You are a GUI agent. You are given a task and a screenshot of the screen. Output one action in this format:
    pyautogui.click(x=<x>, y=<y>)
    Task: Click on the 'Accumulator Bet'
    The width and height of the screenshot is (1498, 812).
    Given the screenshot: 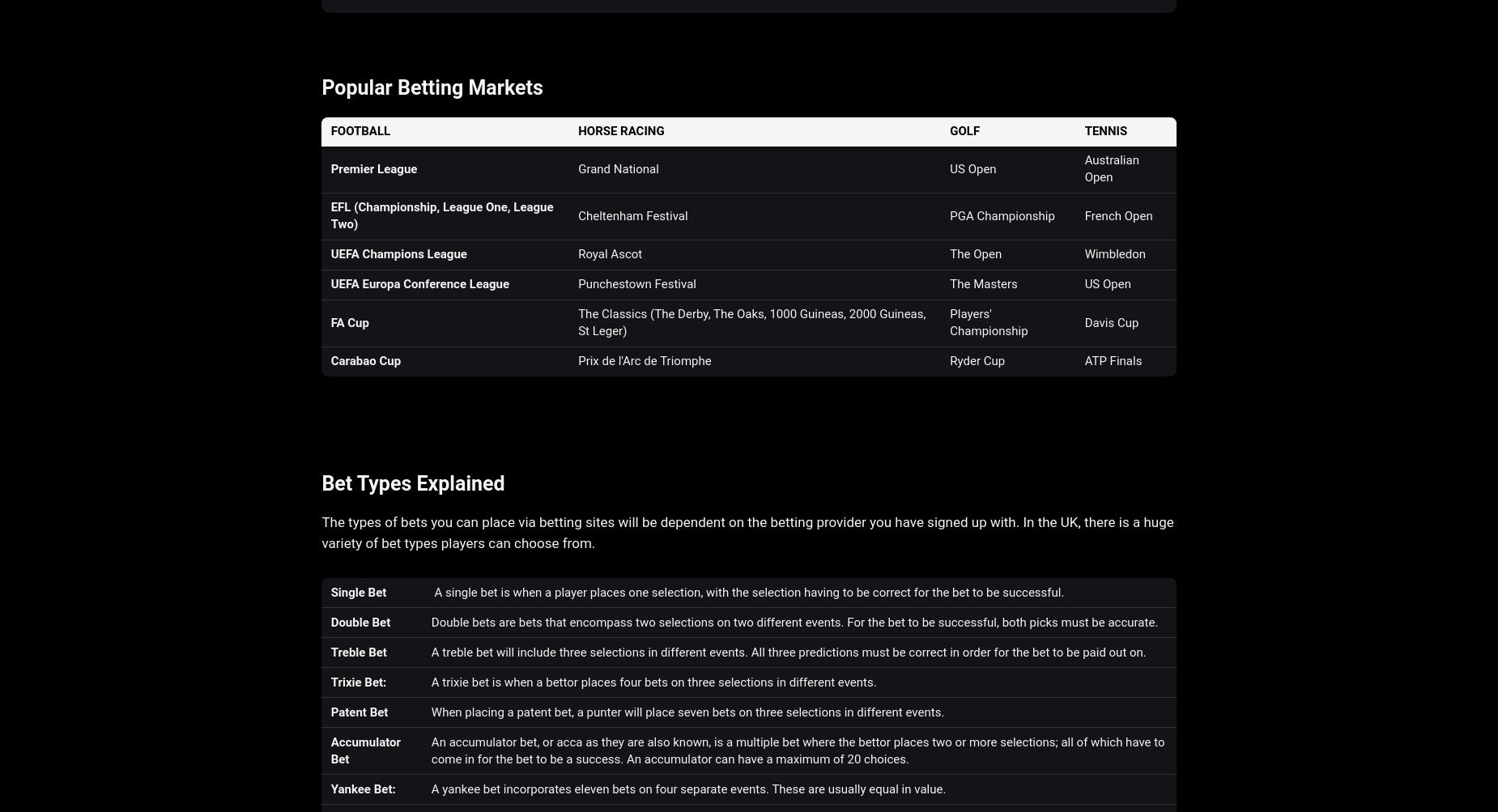 What is the action you would take?
    pyautogui.click(x=364, y=749)
    